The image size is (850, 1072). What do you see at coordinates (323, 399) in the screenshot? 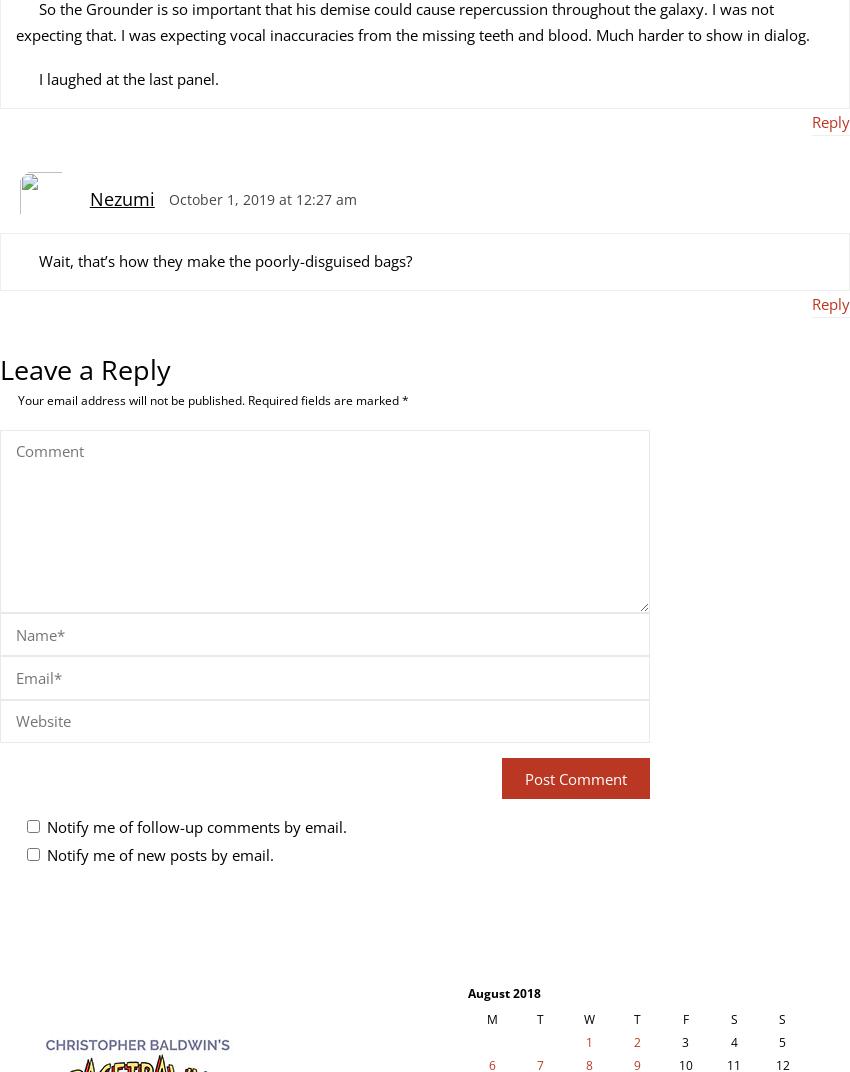
I see `'Required fields are marked'` at bounding box center [323, 399].